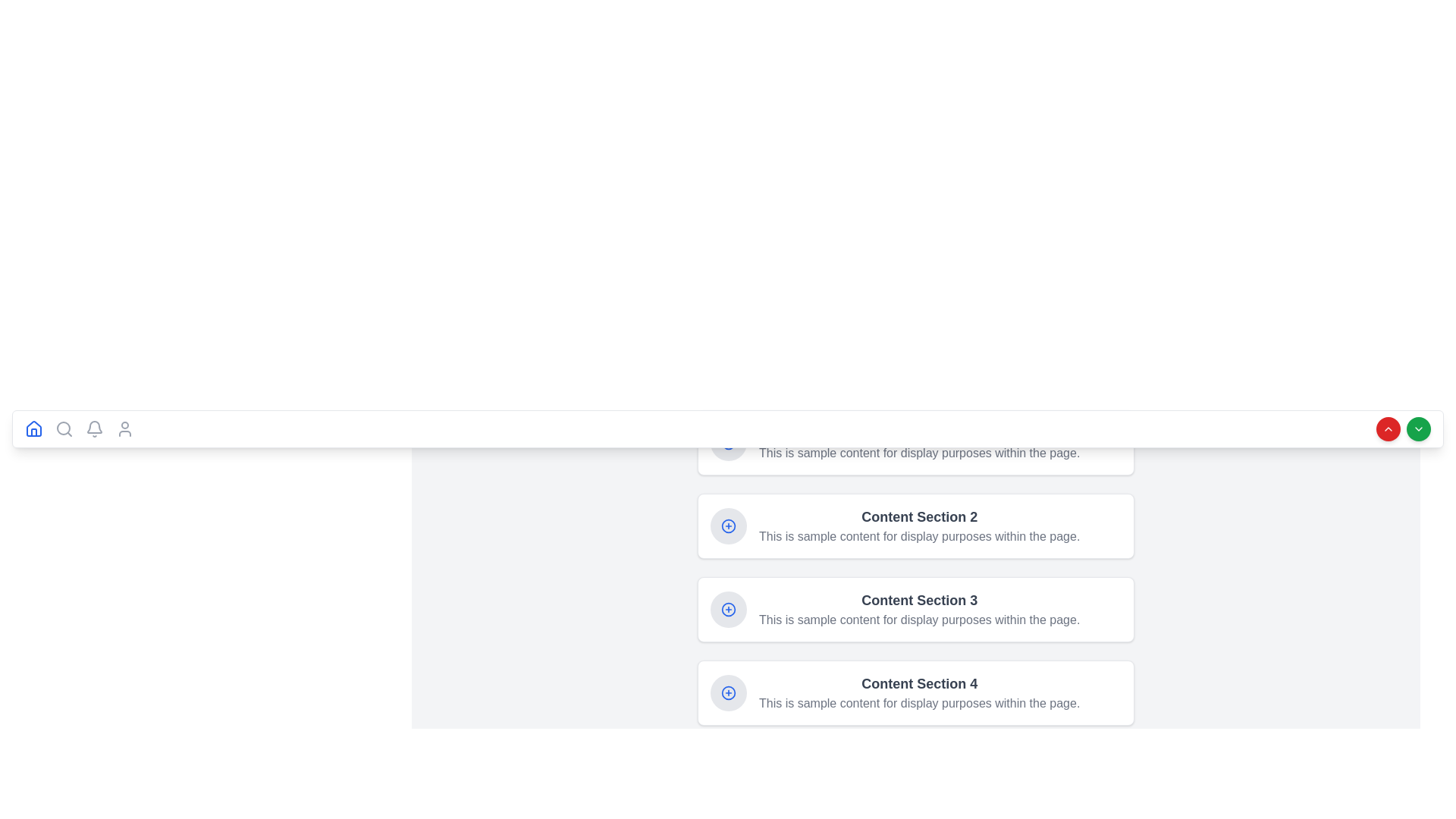 This screenshot has width=1456, height=819. What do you see at coordinates (918, 684) in the screenshot?
I see `text of the label that is part of the fourth content block in a vertical list, providing context for the section` at bounding box center [918, 684].